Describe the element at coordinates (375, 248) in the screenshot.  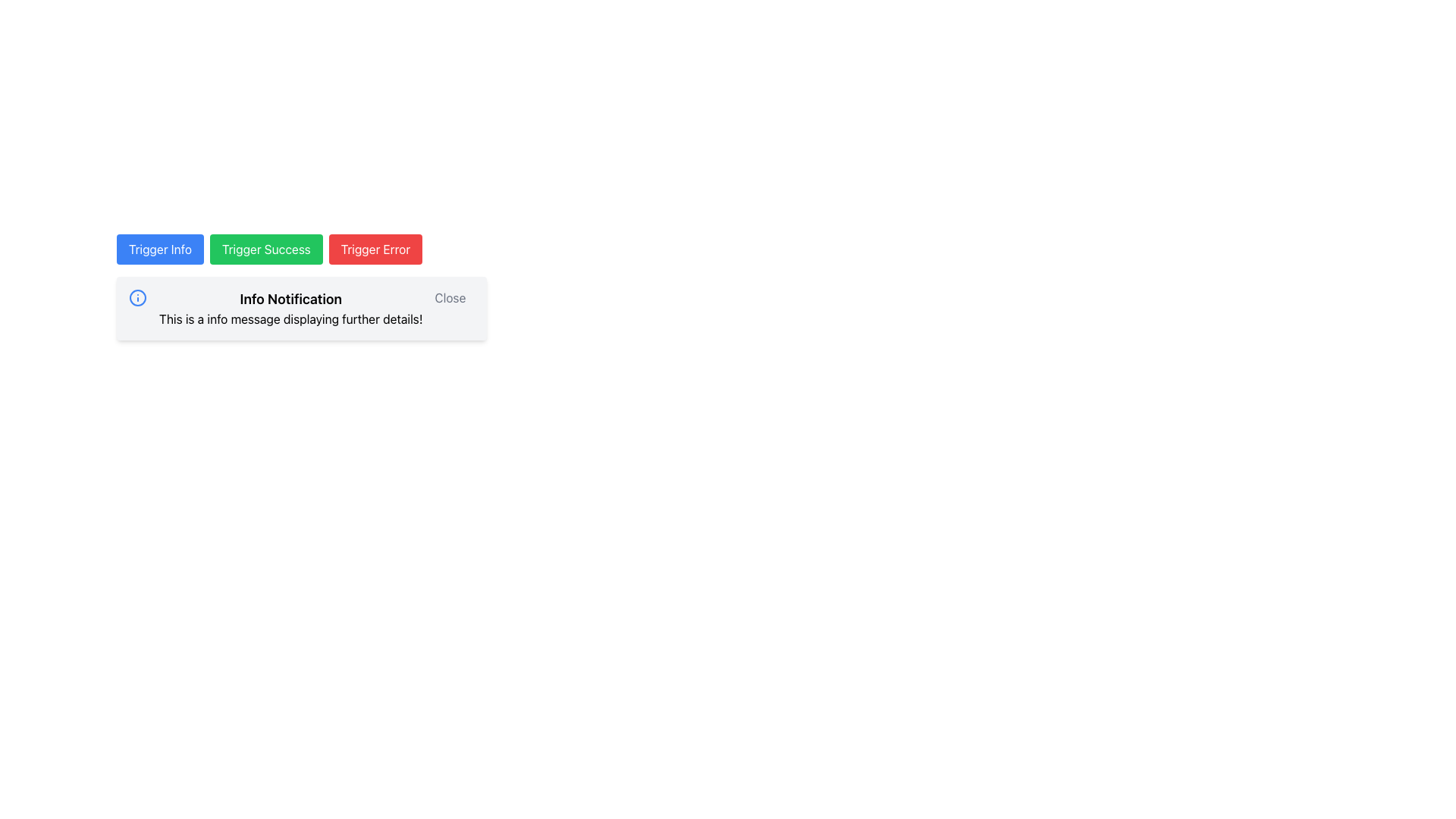
I see `the button labeled 'Trigger Error', which is the third button in a row, to invoke its action` at that location.